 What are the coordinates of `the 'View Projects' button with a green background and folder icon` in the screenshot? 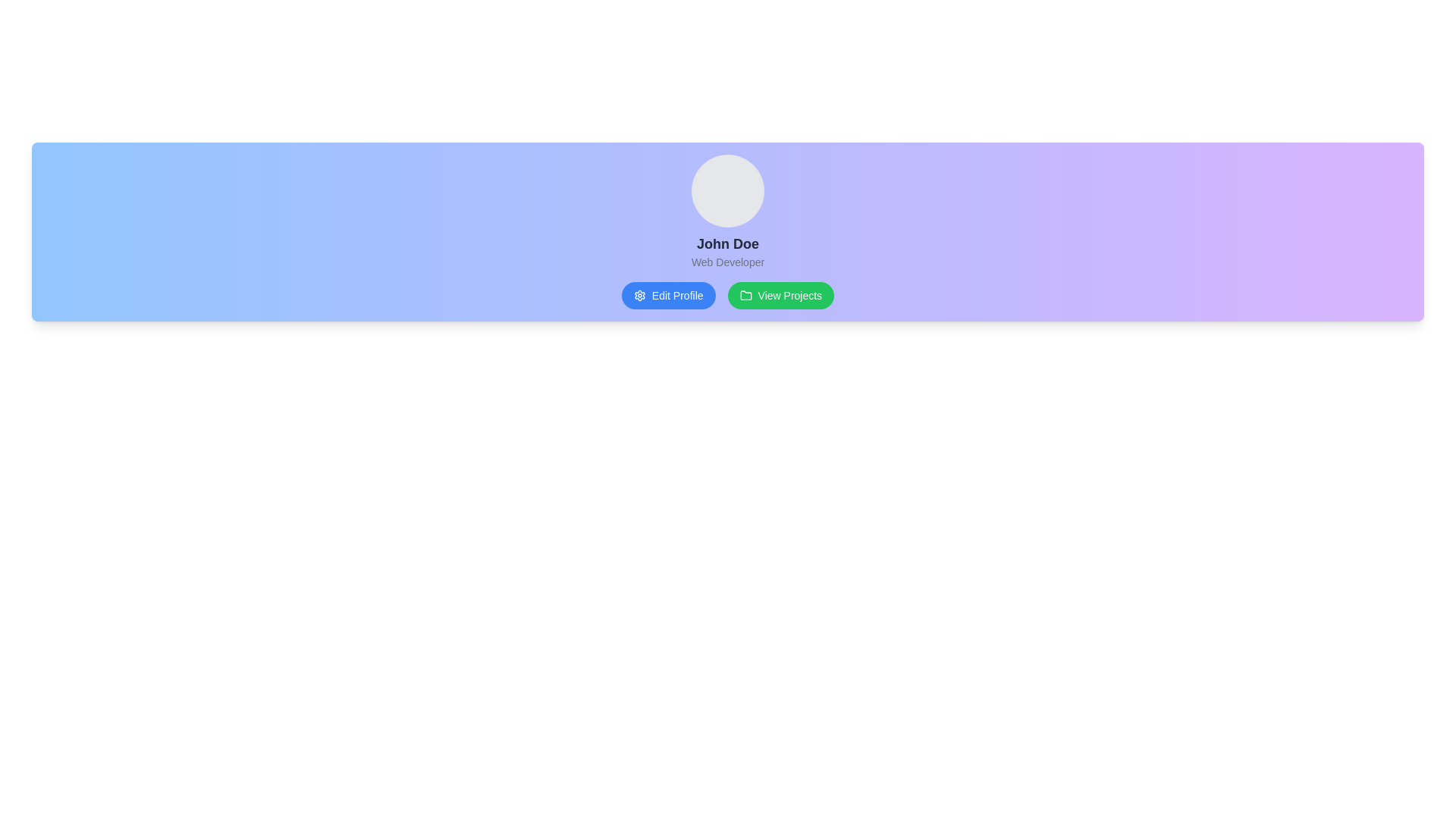 It's located at (728, 295).